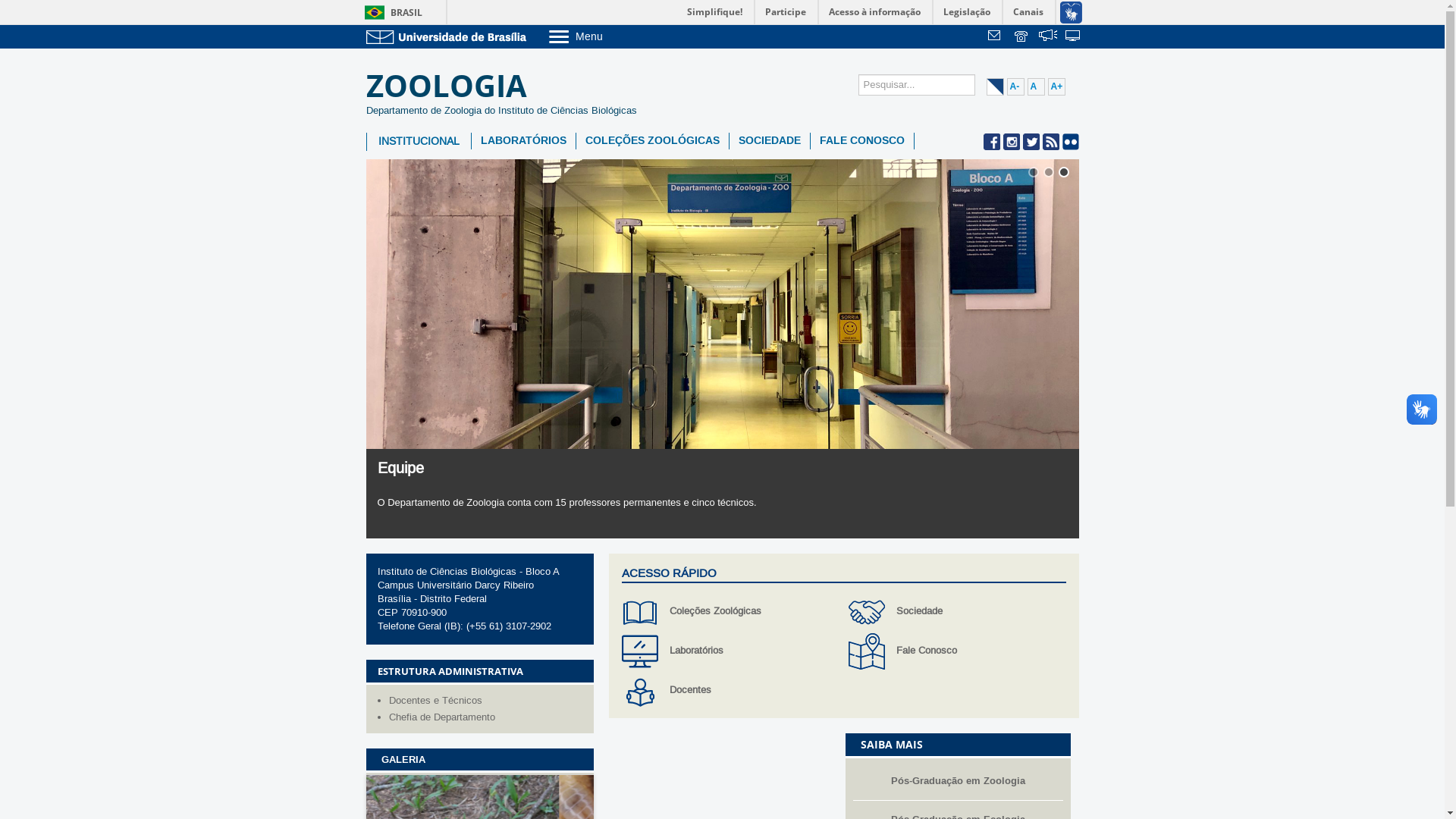 Image resolution: width=1456 pixels, height=819 pixels. Describe the element at coordinates (1012, 36) in the screenshot. I see `' '` at that location.